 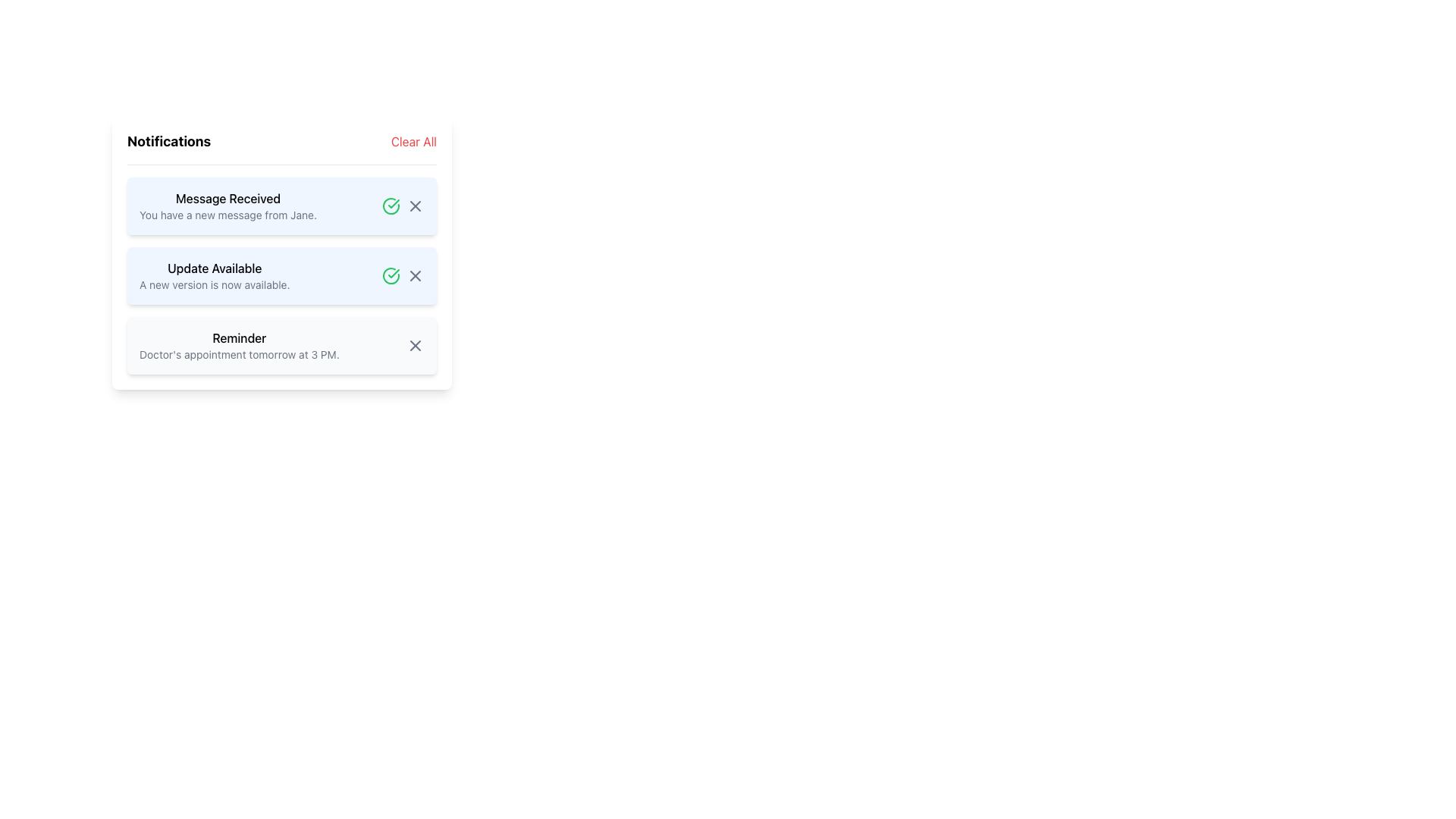 I want to click on the cross mark icon button next to the 'Message Received' notification, so click(x=415, y=206).